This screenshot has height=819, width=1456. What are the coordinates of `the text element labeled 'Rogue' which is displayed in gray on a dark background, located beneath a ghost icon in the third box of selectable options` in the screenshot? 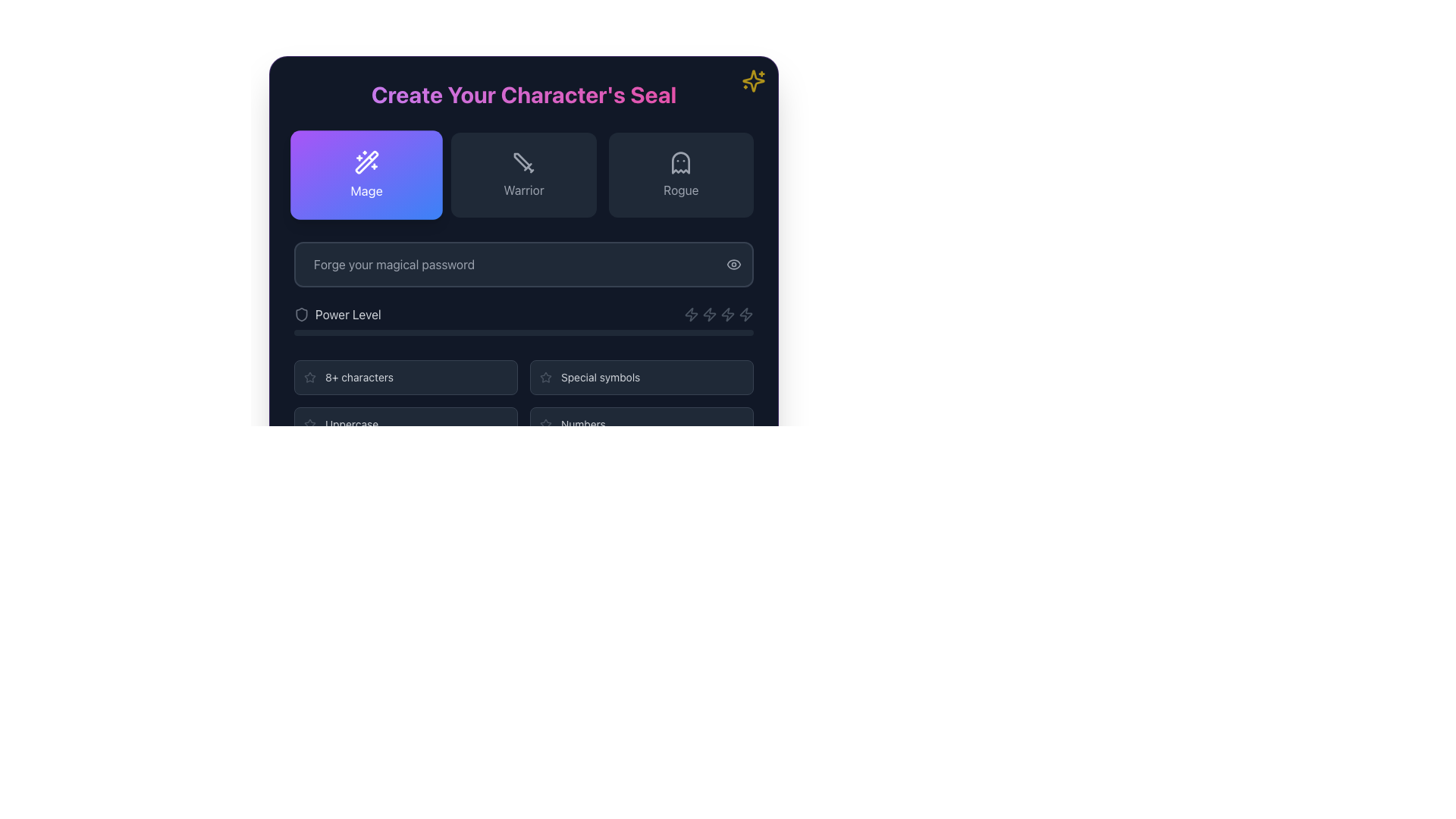 It's located at (680, 189).